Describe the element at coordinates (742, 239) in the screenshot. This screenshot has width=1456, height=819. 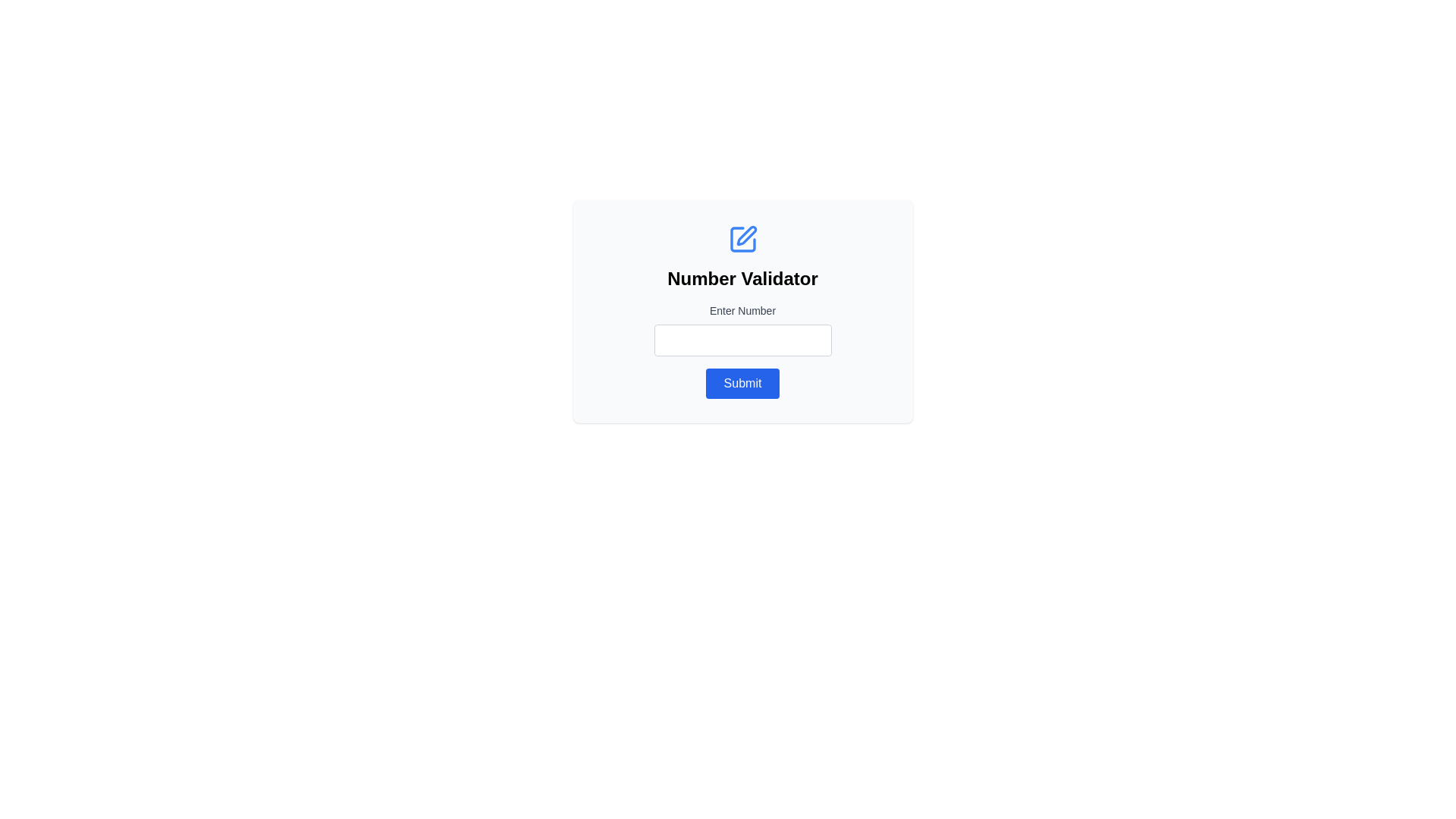
I see `the decorative or functional icon related to editing or creating actions located at the top middle of the panel titled 'Number Validator'` at that location.